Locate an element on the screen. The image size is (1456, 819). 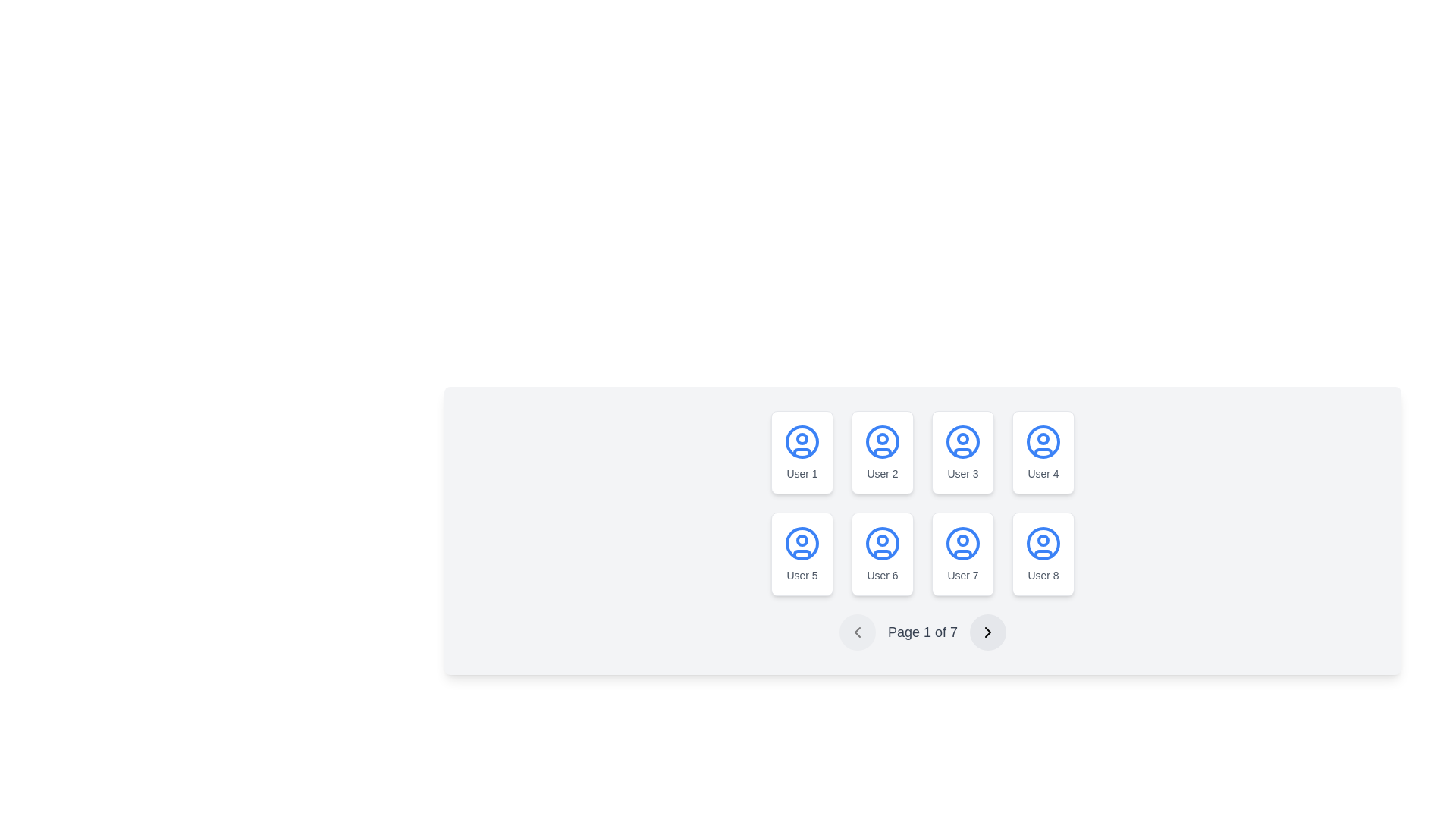
the text label displaying 'User 3' in a small, gray-colored font, located within a white card below a blue user icon is located at coordinates (962, 472).